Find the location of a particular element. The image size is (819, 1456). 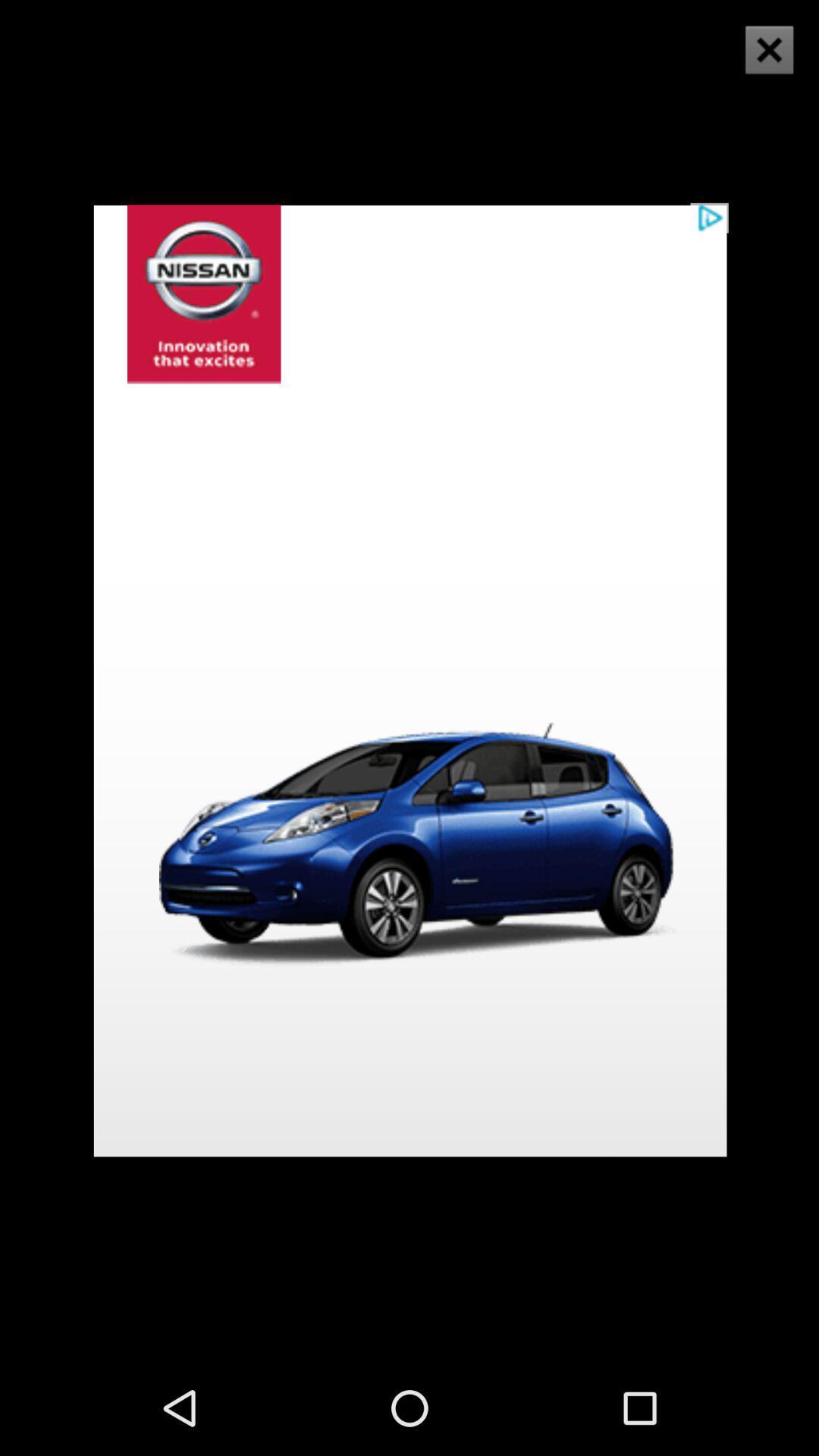

the close icon is located at coordinates (759, 63).